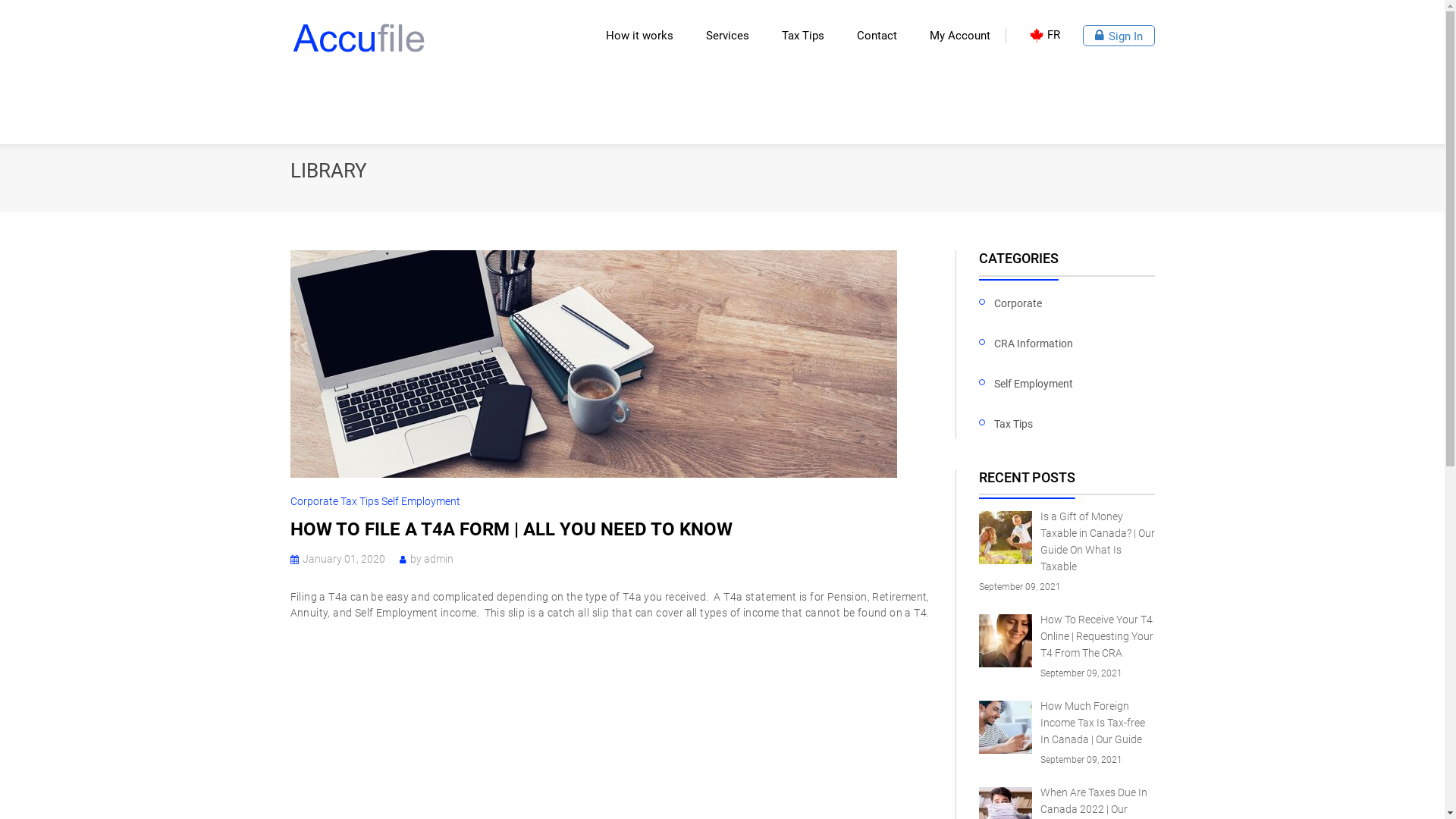 The width and height of the screenshot is (1456, 819). Describe the element at coordinates (731, 34) in the screenshot. I see `'Services'` at that location.